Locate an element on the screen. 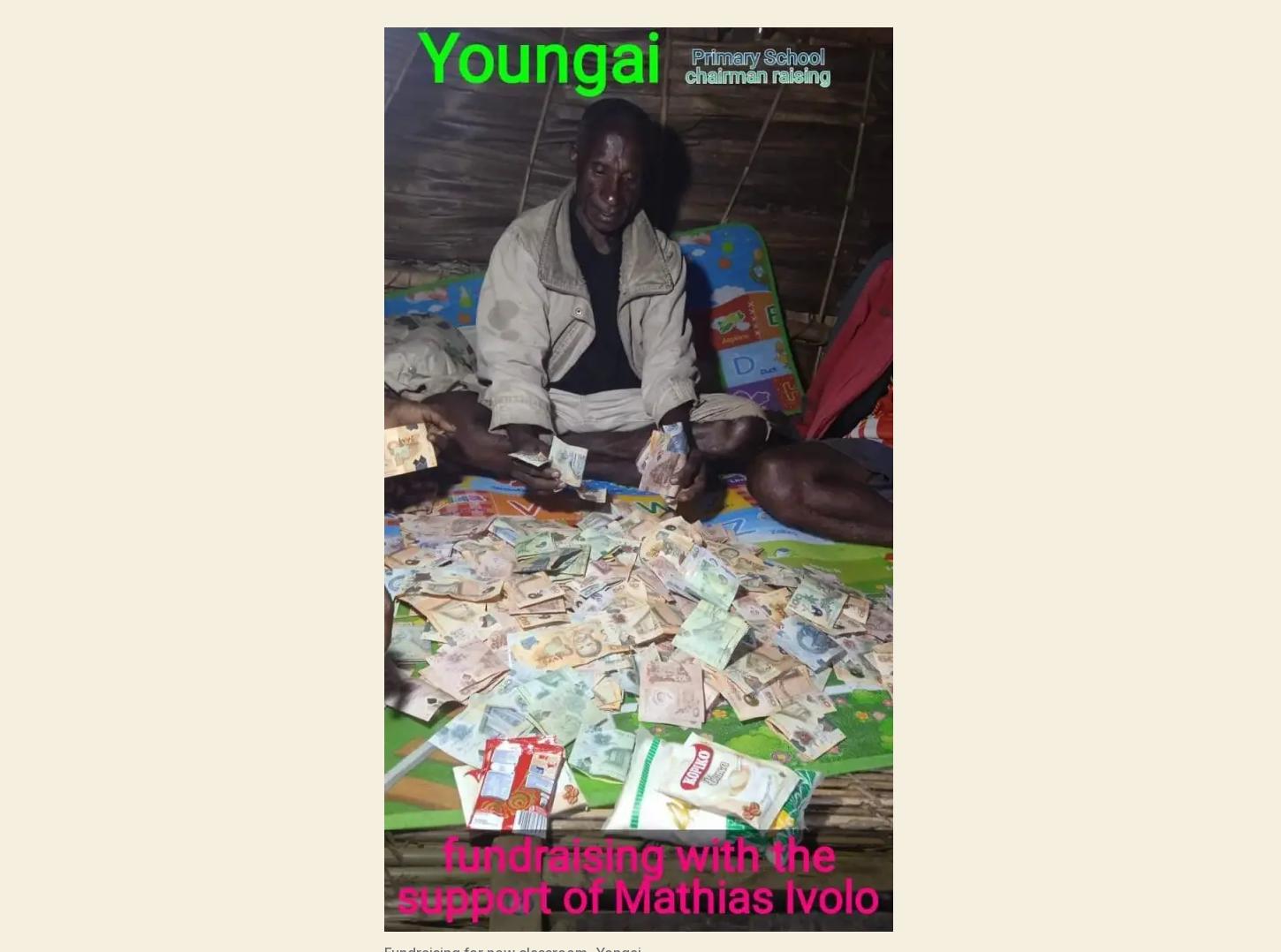 The height and width of the screenshot is (952, 1281). 'Website Built with WordPress.com' is located at coordinates (510, 834).